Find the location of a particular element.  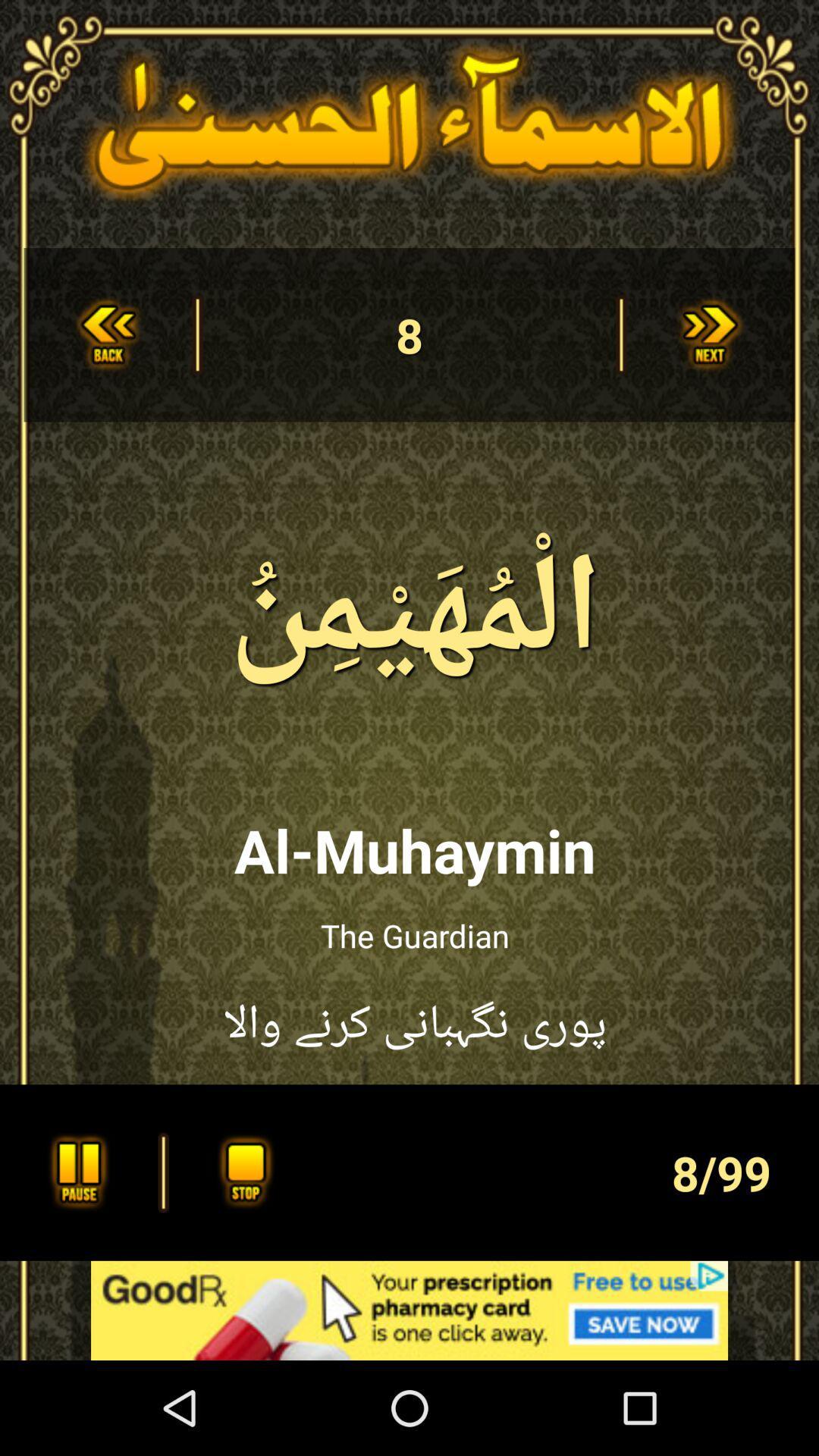

go next option is located at coordinates (711, 334).